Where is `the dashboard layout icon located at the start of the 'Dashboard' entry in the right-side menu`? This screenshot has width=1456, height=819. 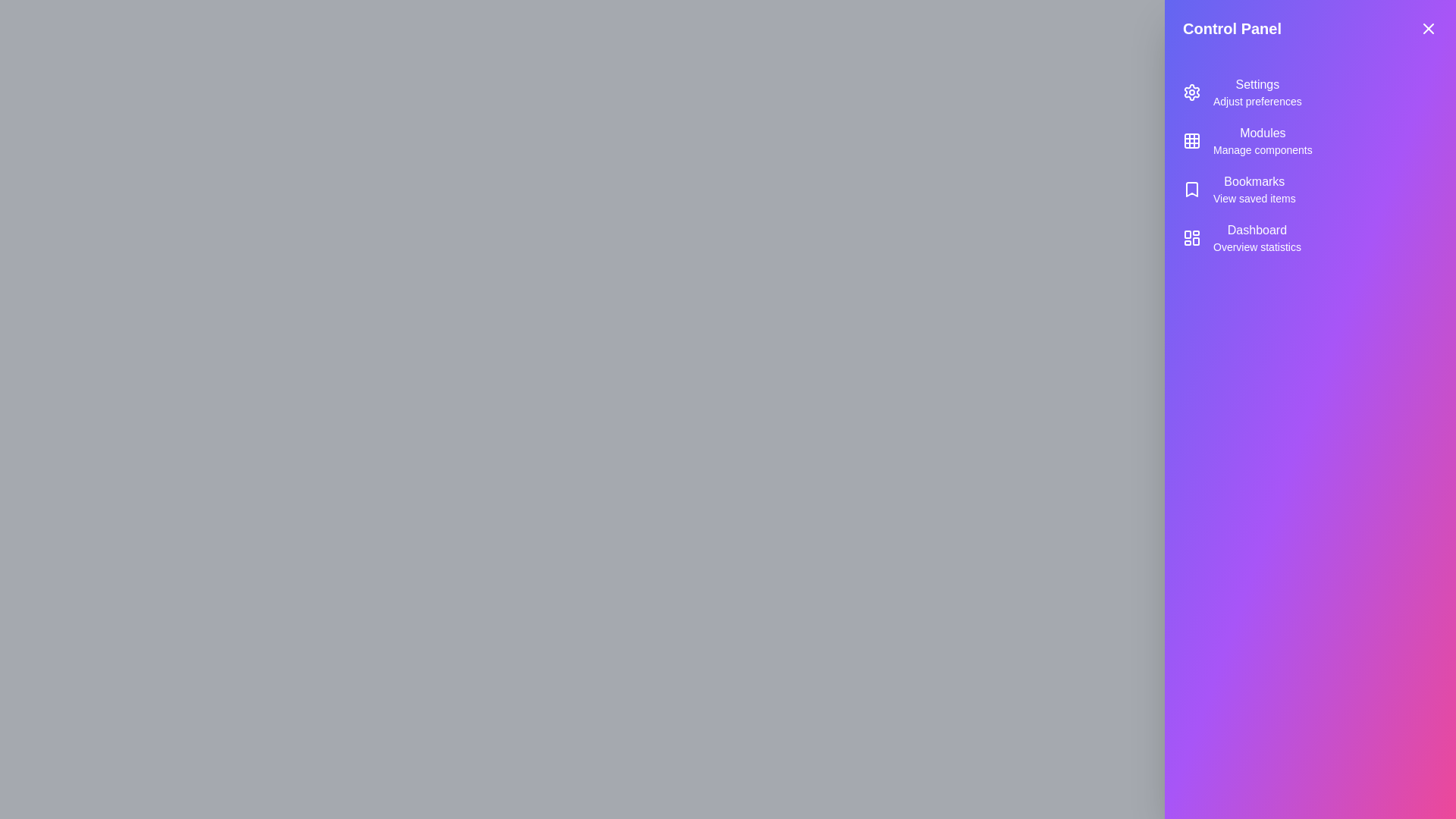
the dashboard layout icon located at the start of the 'Dashboard' entry in the right-side menu is located at coordinates (1191, 237).